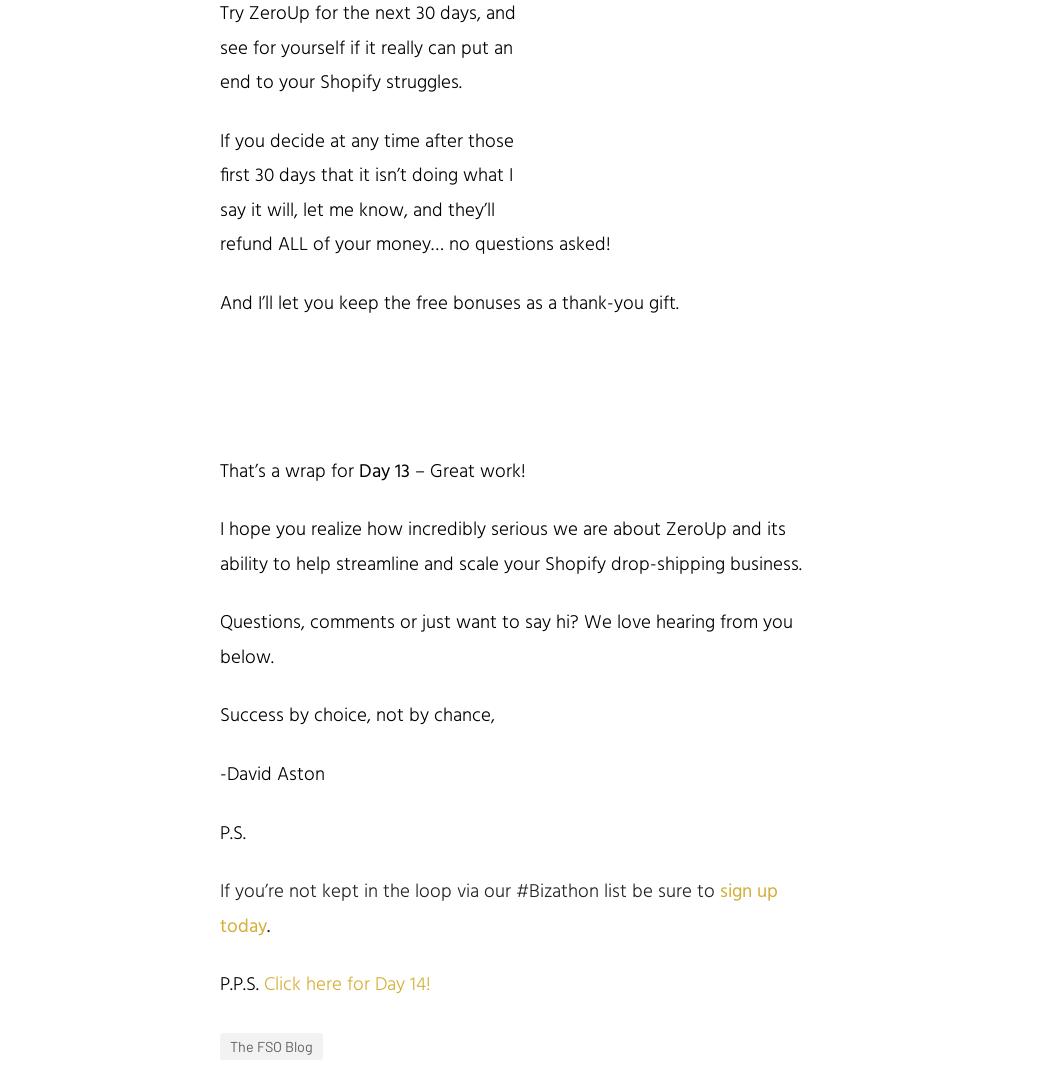 This screenshot has width=1050, height=1078. What do you see at coordinates (497, 908) in the screenshot?
I see `'sign up today'` at bounding box center [497, 908].